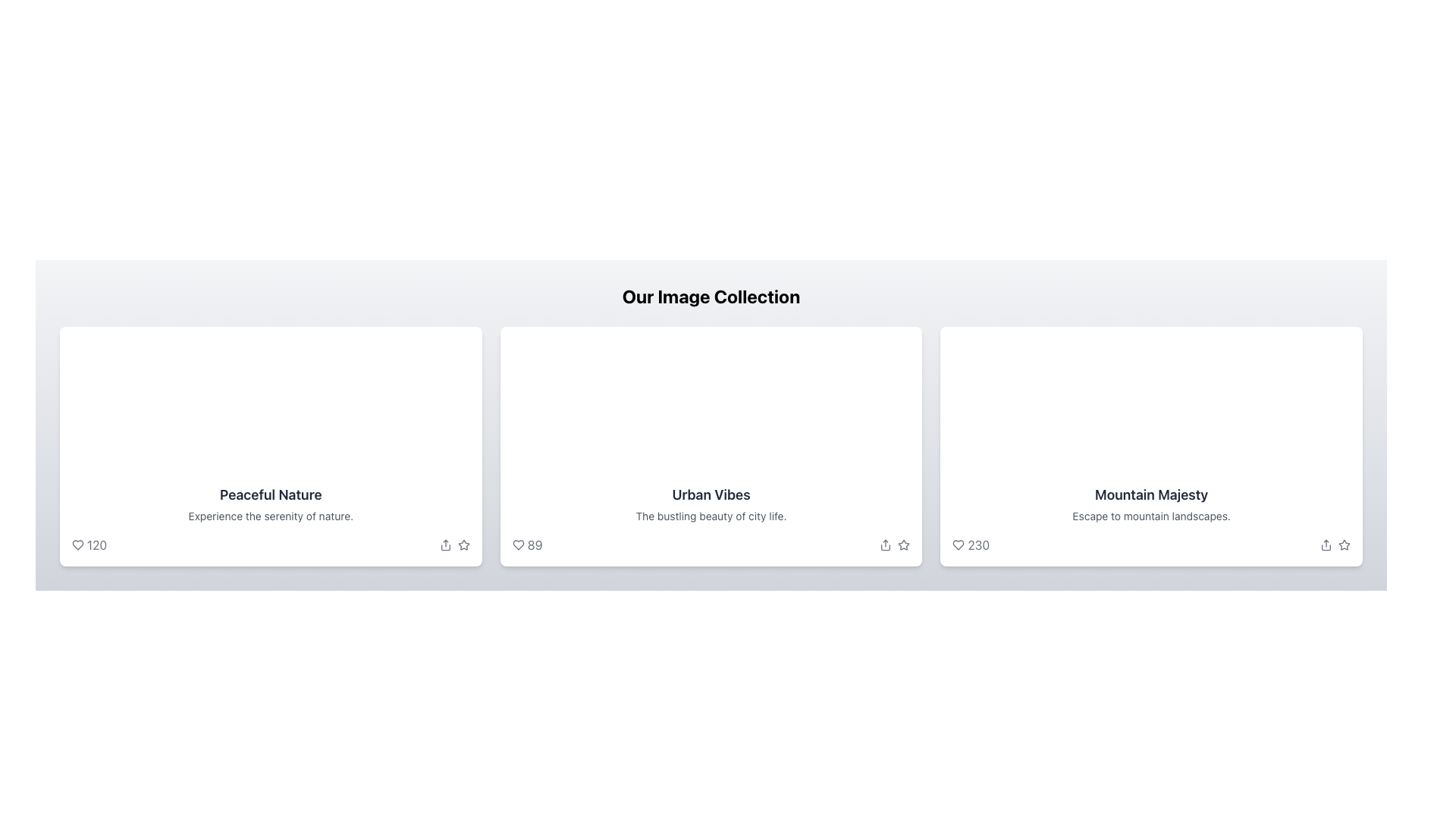  Describe the element at coordinates (1335, 544) in the screenshot. I see `the left icon of the Button Group located in the bottom-right corner of the 'Mountain Majesty' card` at that location.